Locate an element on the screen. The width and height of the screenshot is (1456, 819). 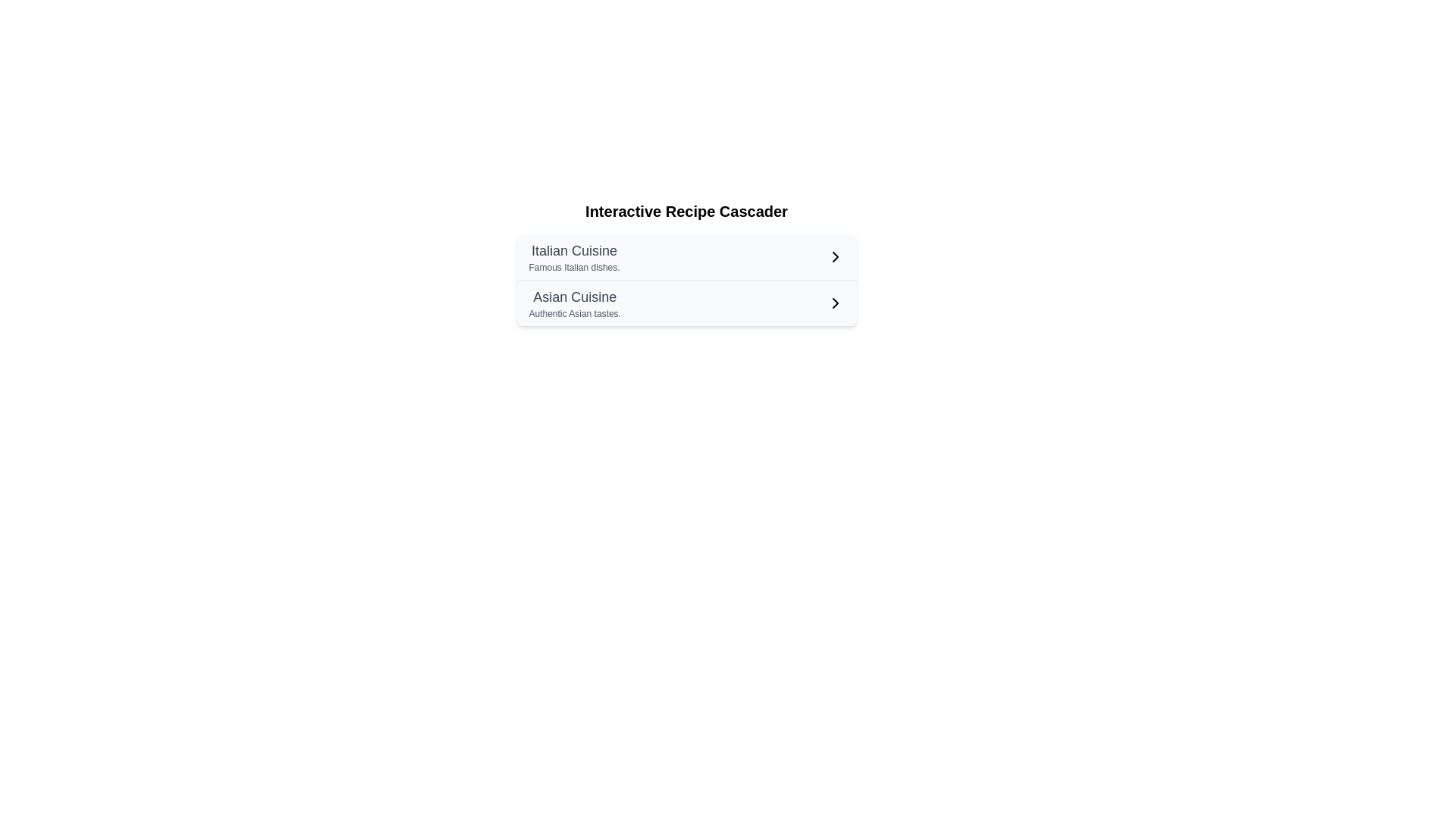
the selectable option labeled 'Asian Cuisine' which is the second item in the list under 'Interactive Recipe Cascader' is located at coordinates (686, 303).